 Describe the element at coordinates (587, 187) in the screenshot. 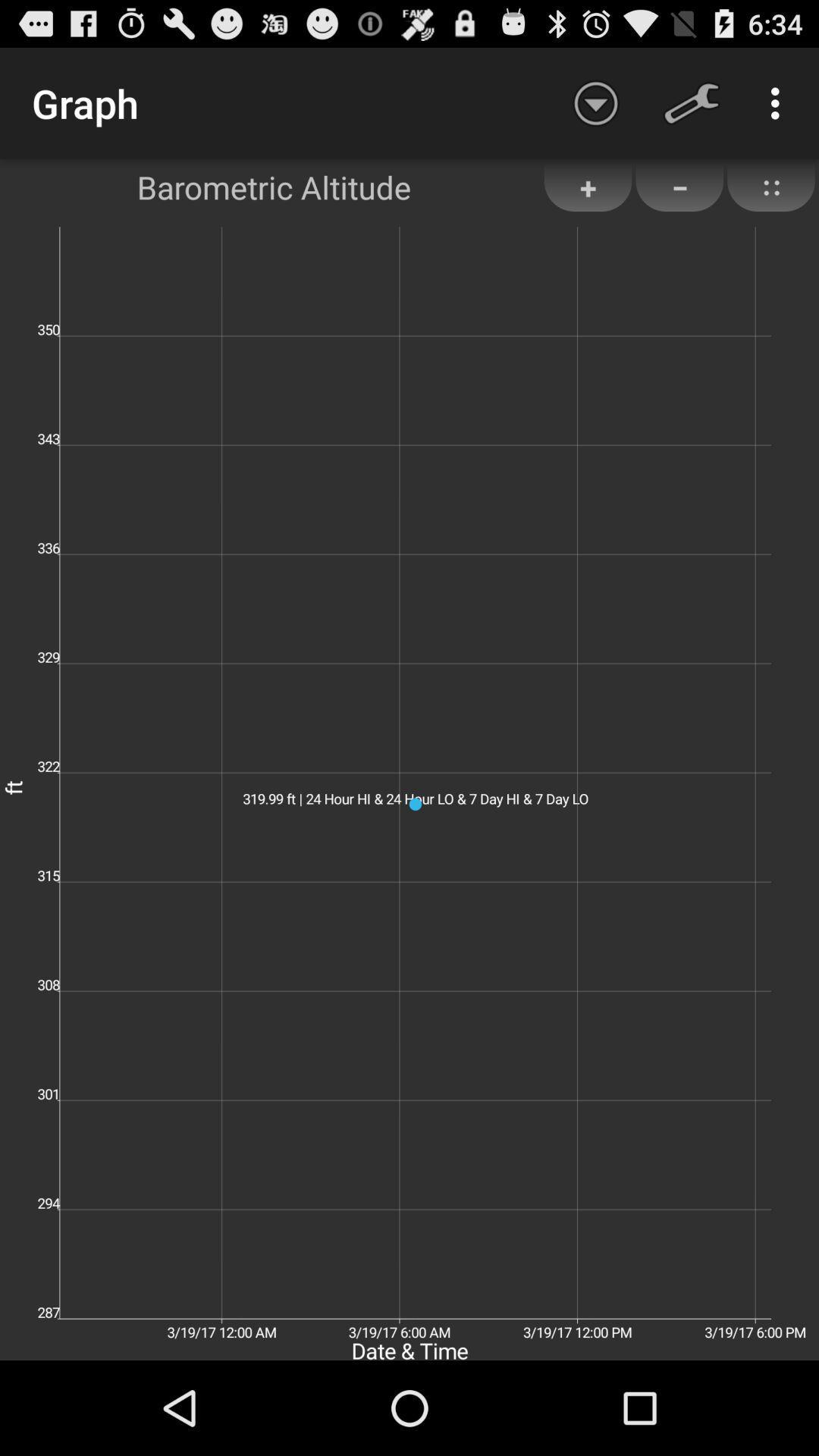

I see `the item next to the barometric altitude app` at that location.